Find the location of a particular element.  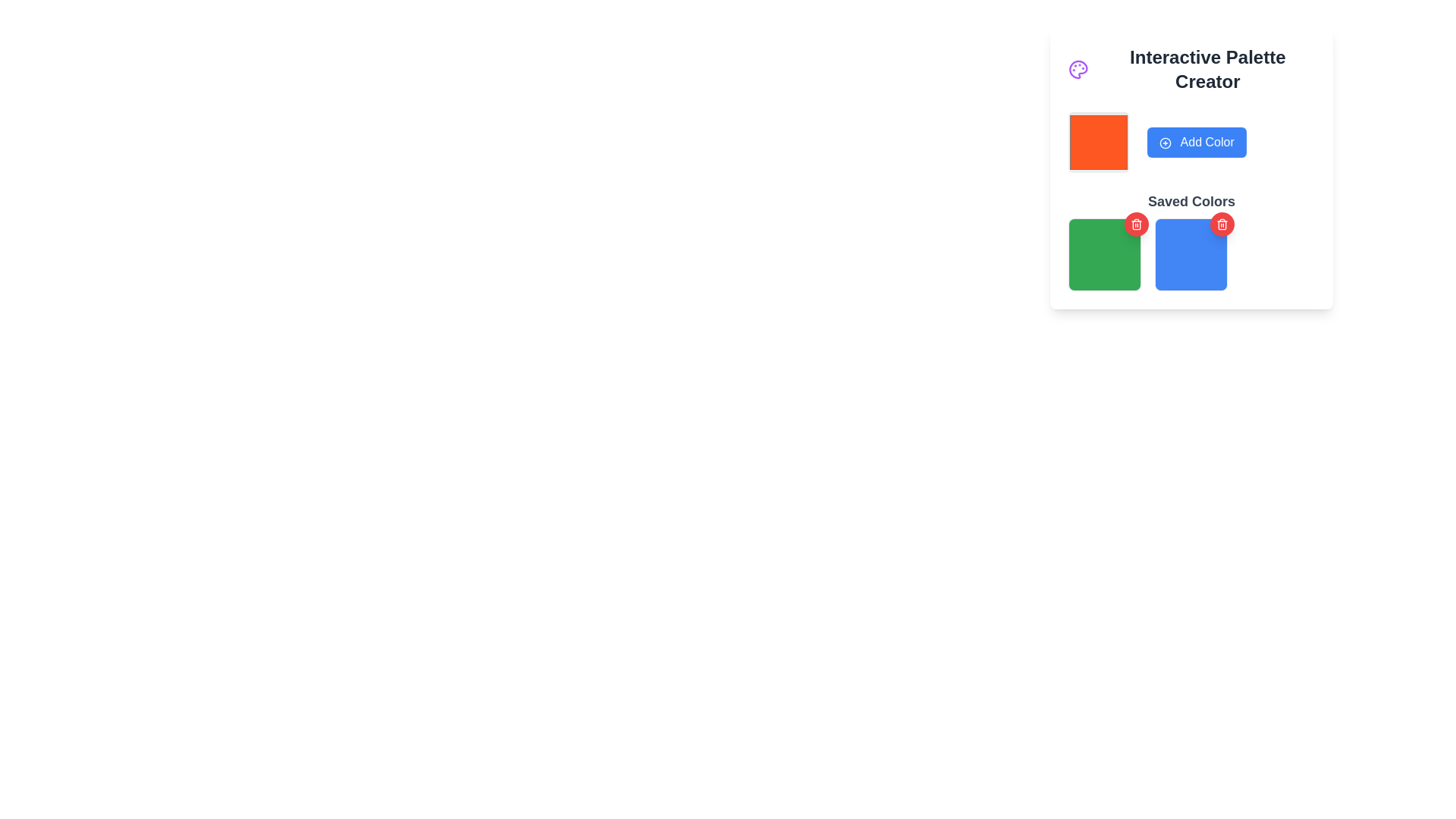

the color block in the grid item under 'Saved Colors' is located at coordinates (1191, 240).